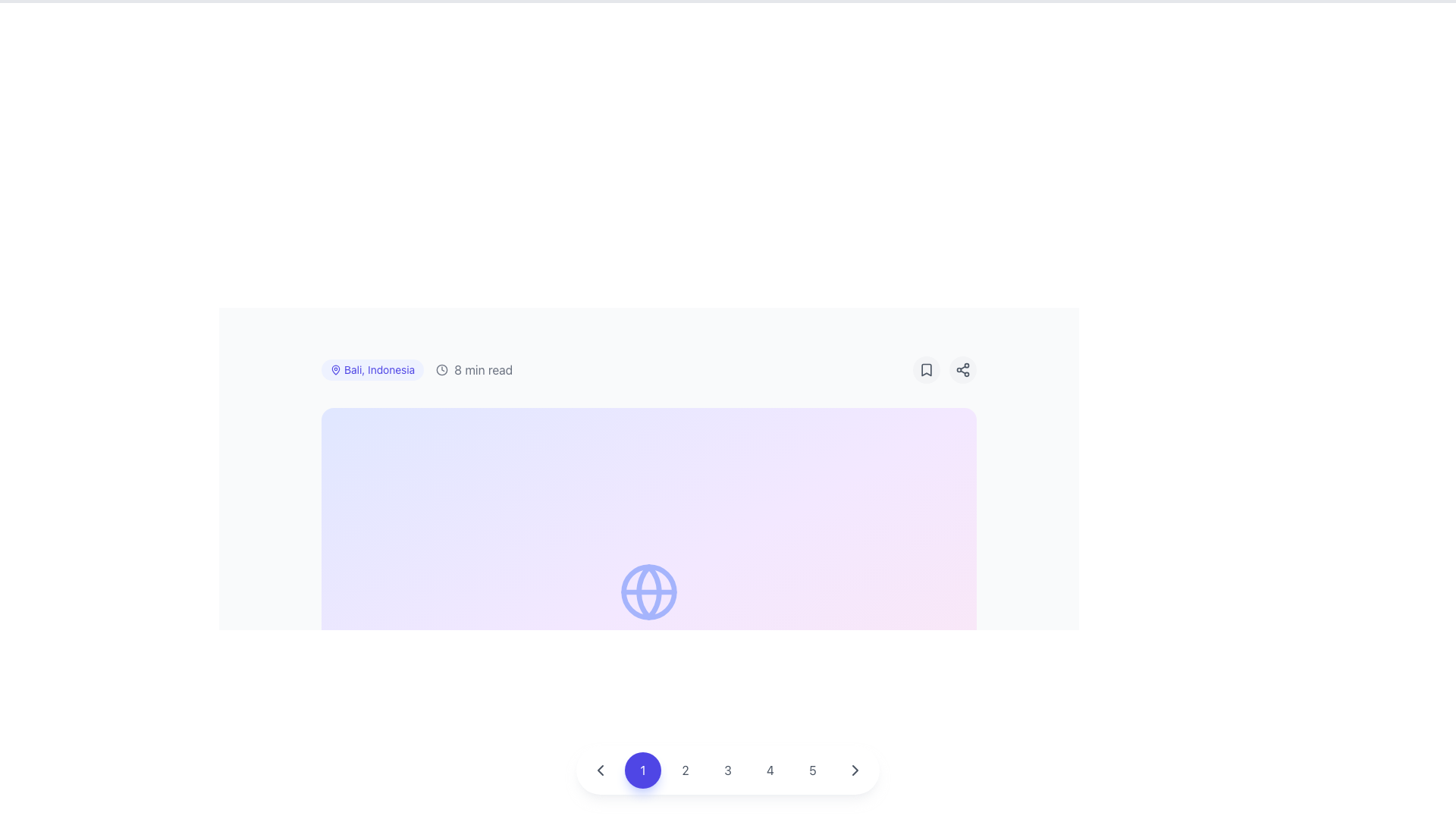 This screenshot has height=819, width=1456. Describe the element at coordinates (379, 370) in the screenshot. I see `the text label displaying 'Bali, Indonesia'` at that location.